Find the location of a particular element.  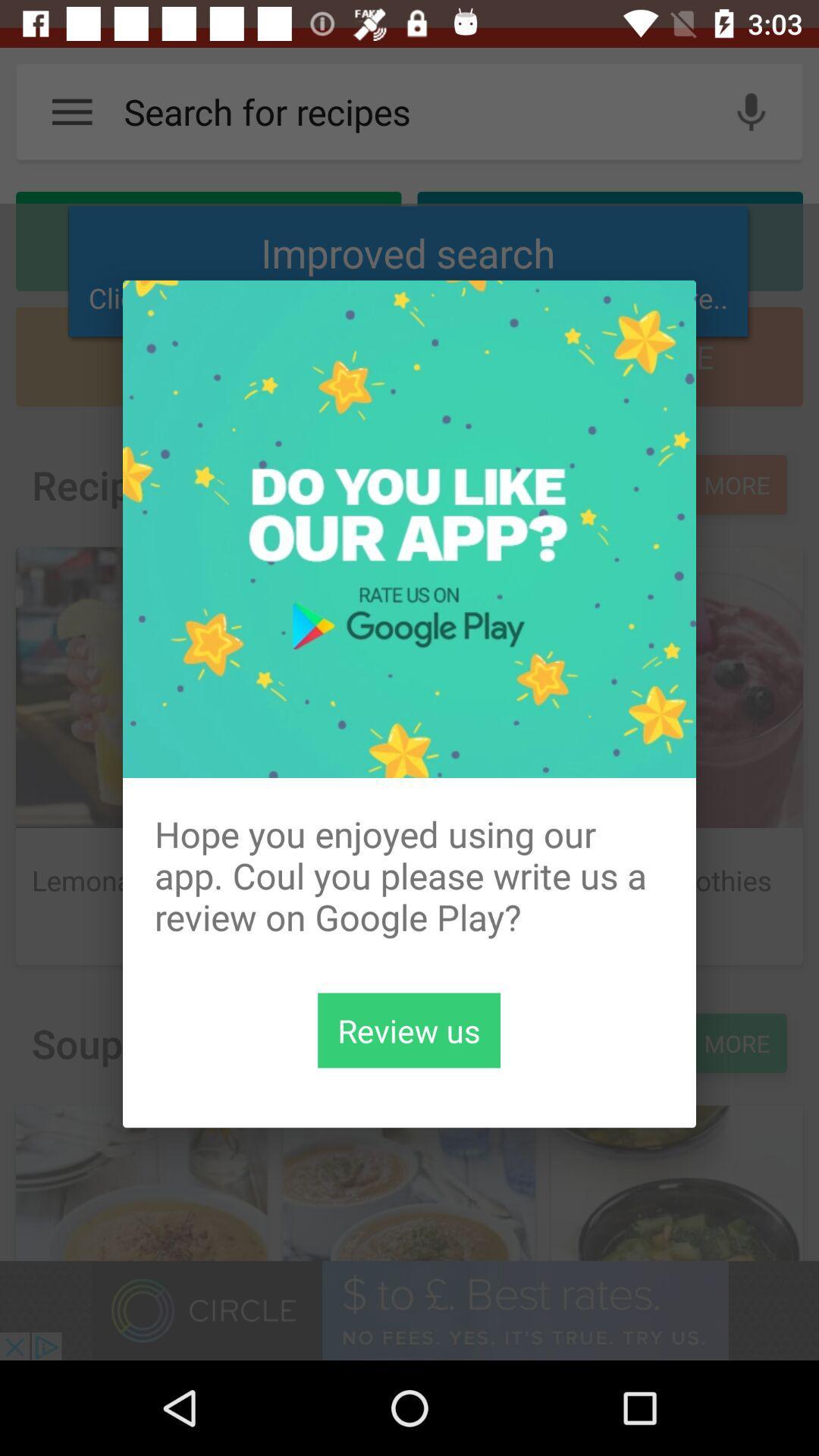

the google play page of the app is located at coordinates (408, 1030).